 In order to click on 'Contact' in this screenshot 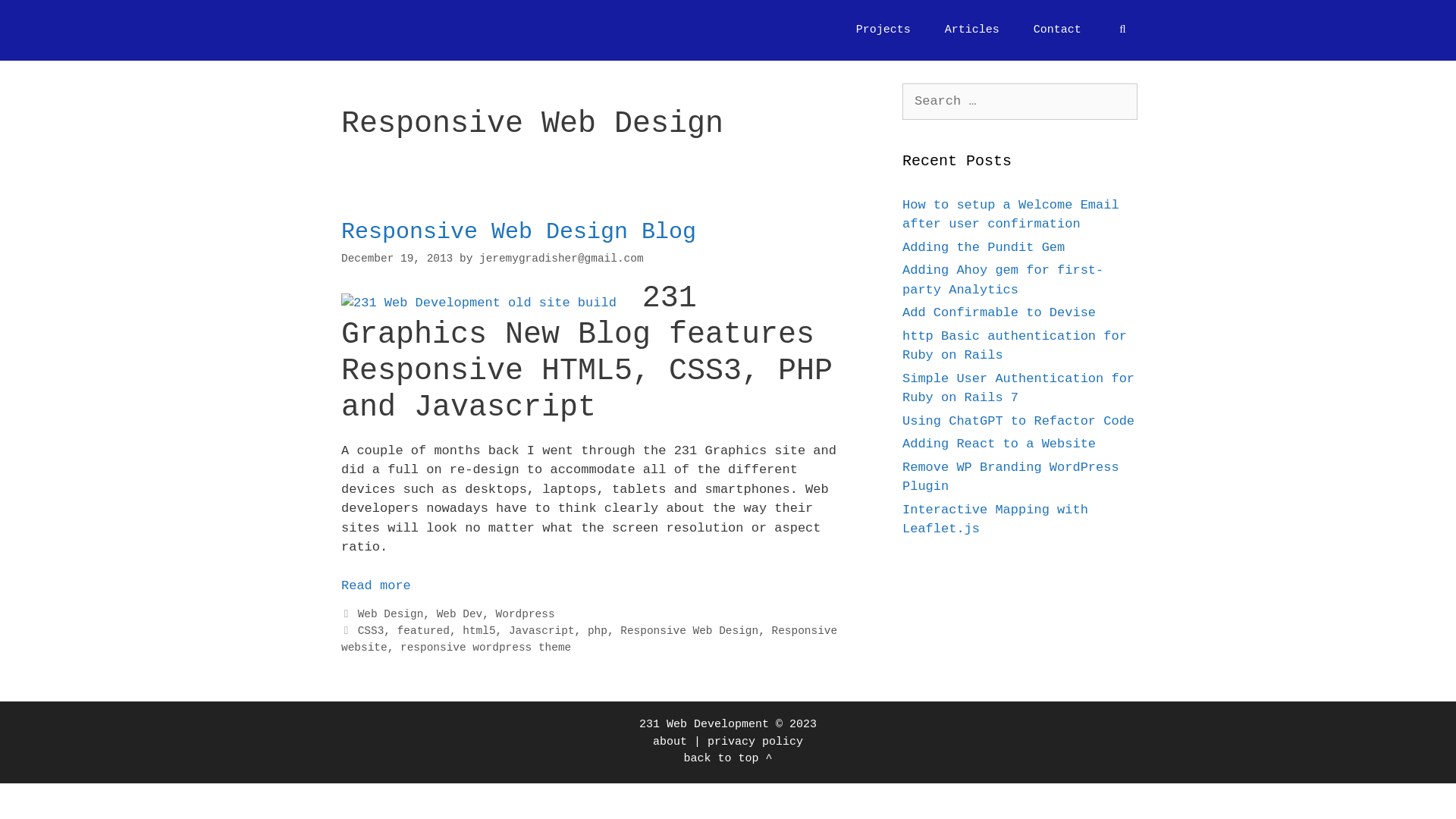, I will do `click(1056, 30)`.